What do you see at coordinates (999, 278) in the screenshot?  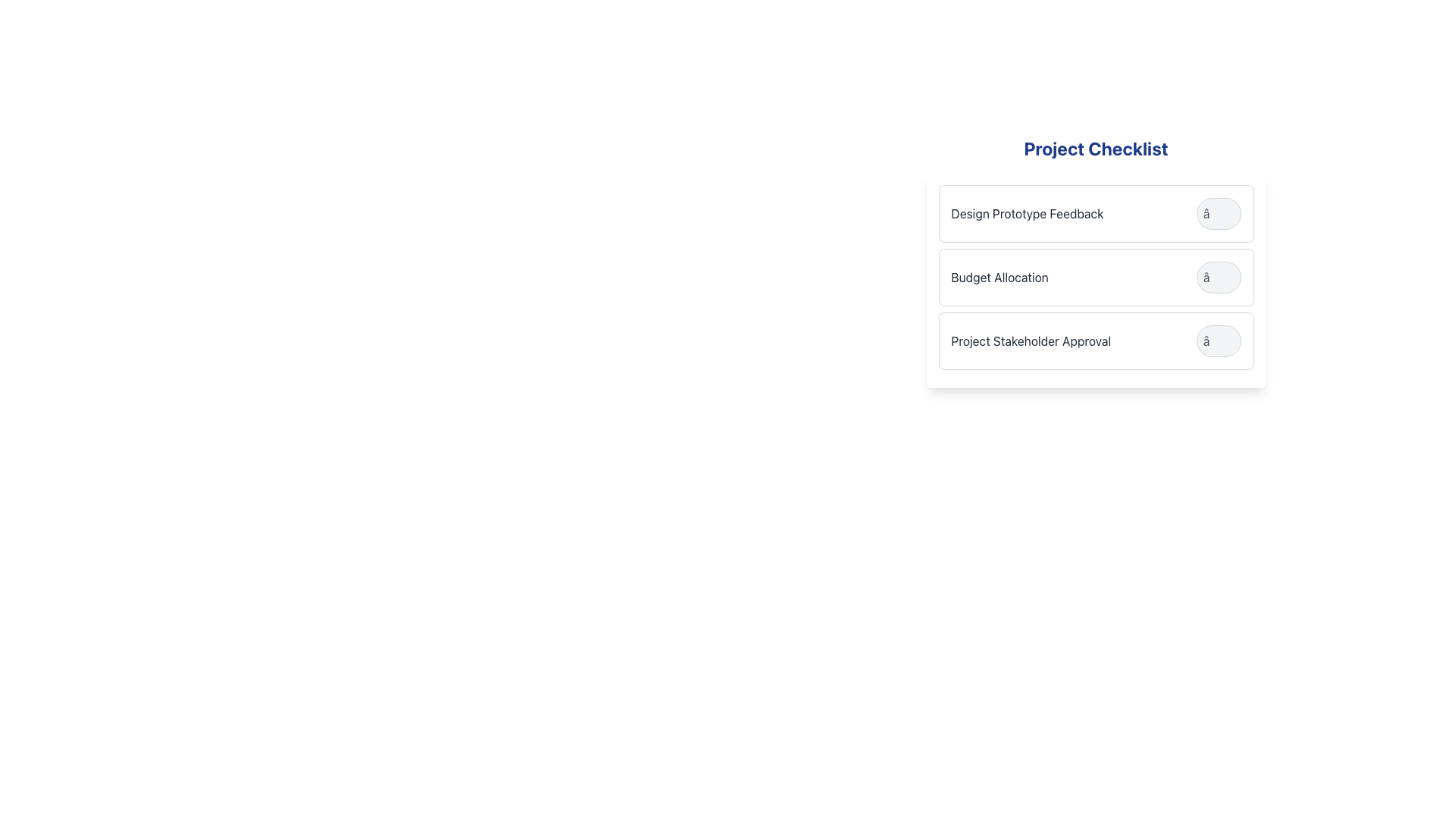 I see `the text label that indicates a task or category related to budget allocation, located as the second item in the 'Project Checklist' vertical list` at bounding box center [999, 278].